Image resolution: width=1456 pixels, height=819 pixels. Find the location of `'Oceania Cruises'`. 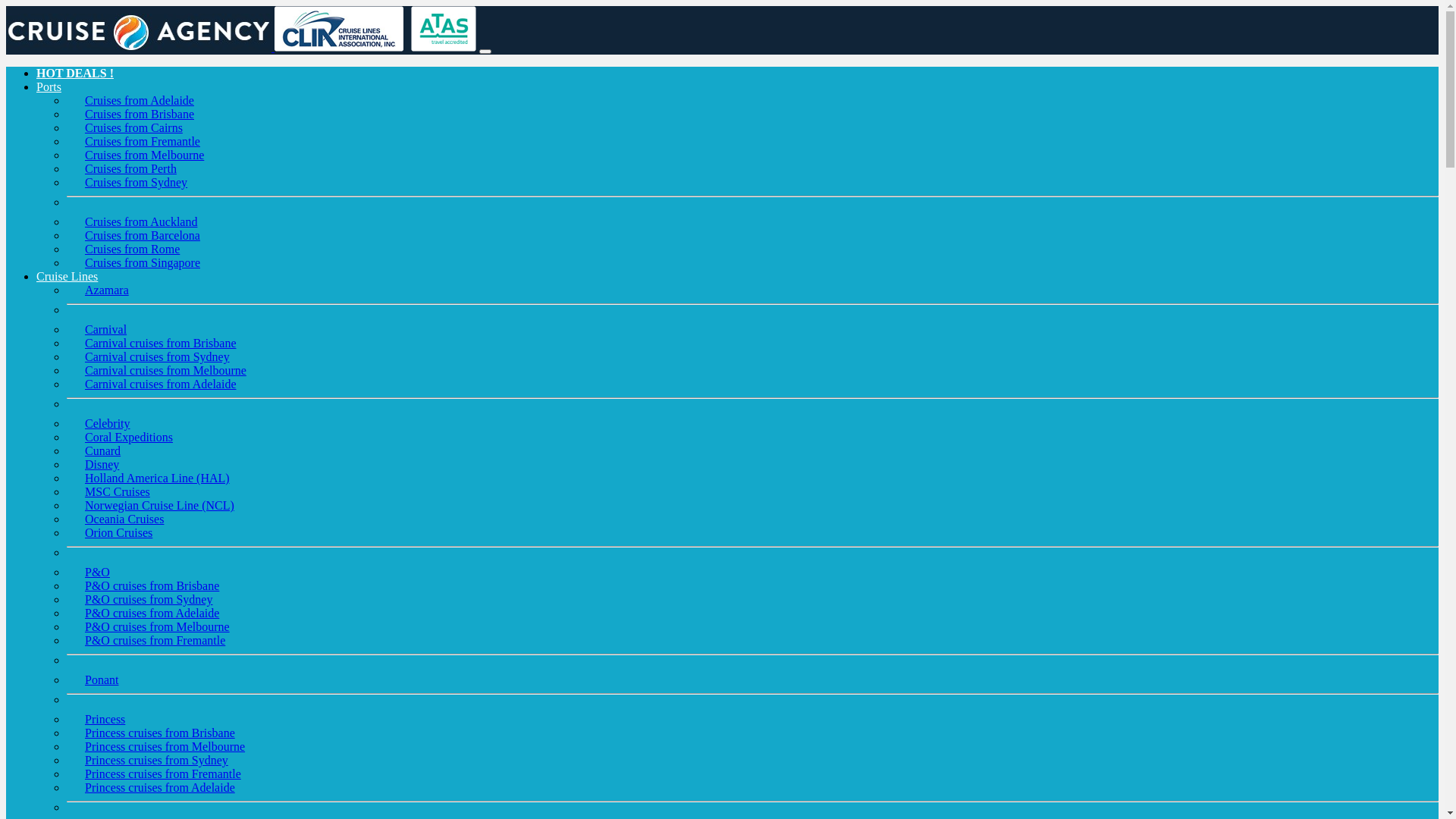

'Oceania Cruises' is located at coordinates (124, 518).